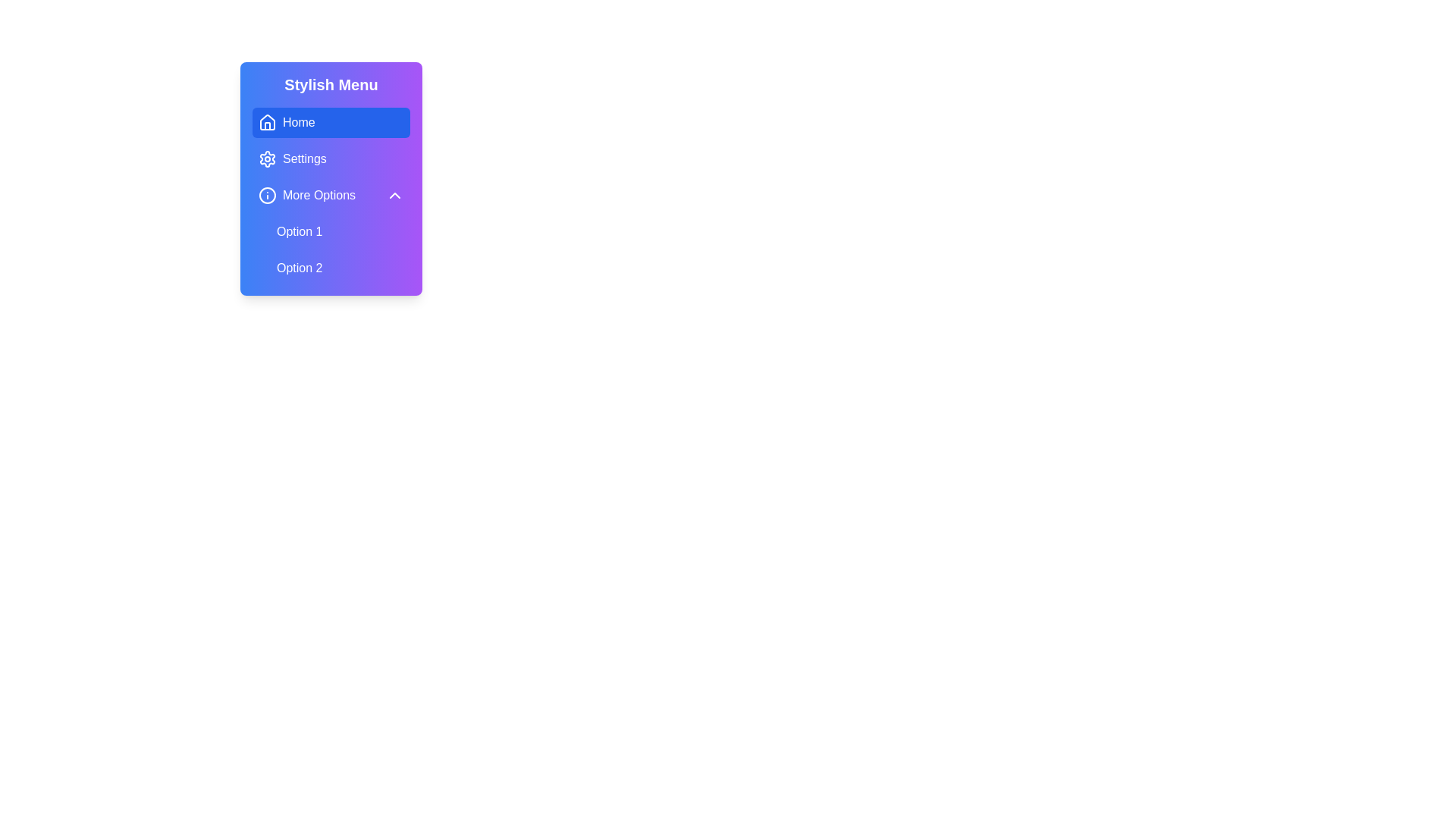  Describe the element at coordinates (330, 177) in the screenshot. I see `an option in the 'Stylish Menu' dropdown` at that location.